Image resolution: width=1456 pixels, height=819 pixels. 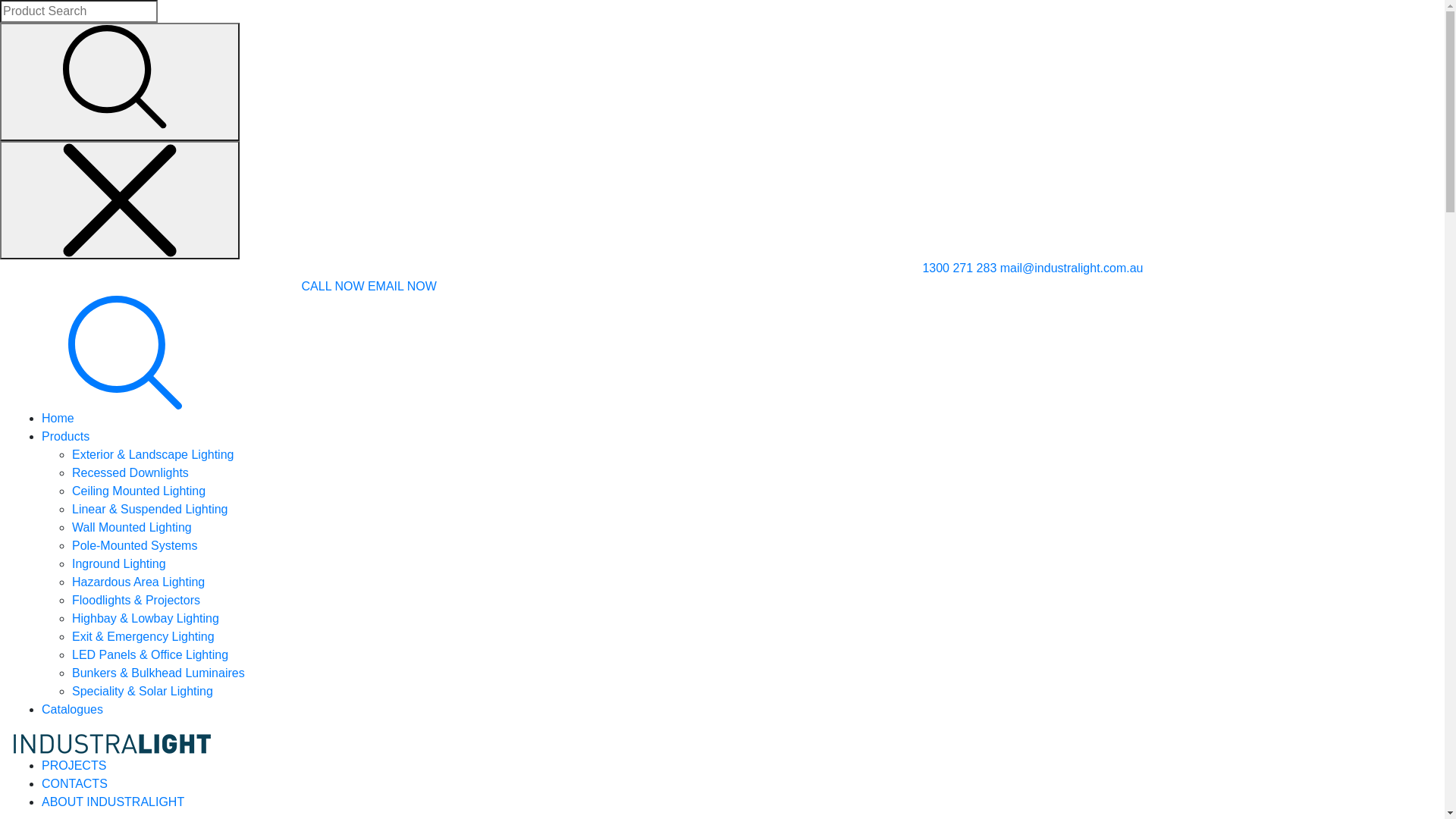 What do you see at coordinates (74, 783) in the screenshot?
I see `'CONTACTS'` at bounding box center [74, 783].